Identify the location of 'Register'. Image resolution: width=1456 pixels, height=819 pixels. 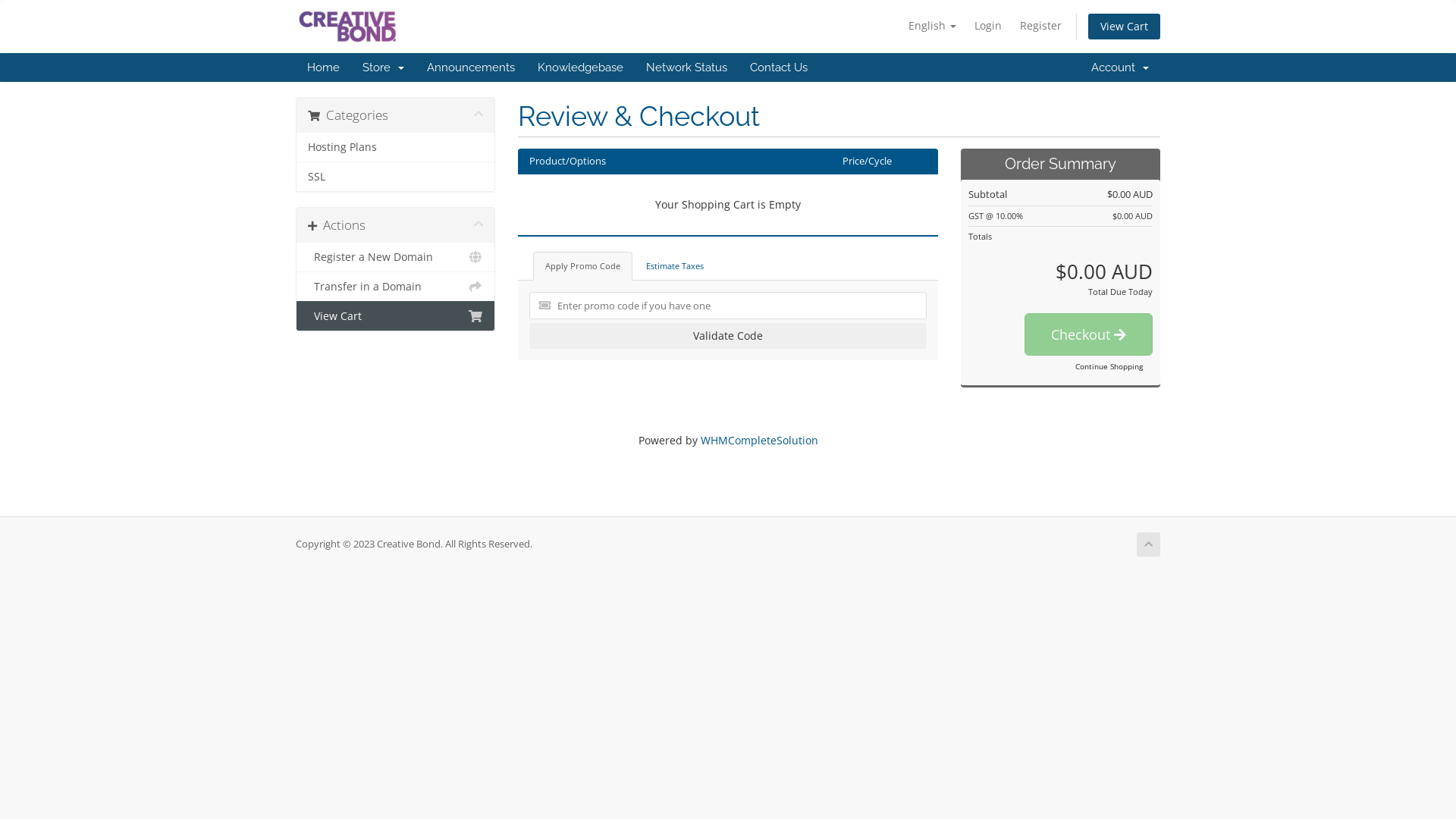
(1040, 26).